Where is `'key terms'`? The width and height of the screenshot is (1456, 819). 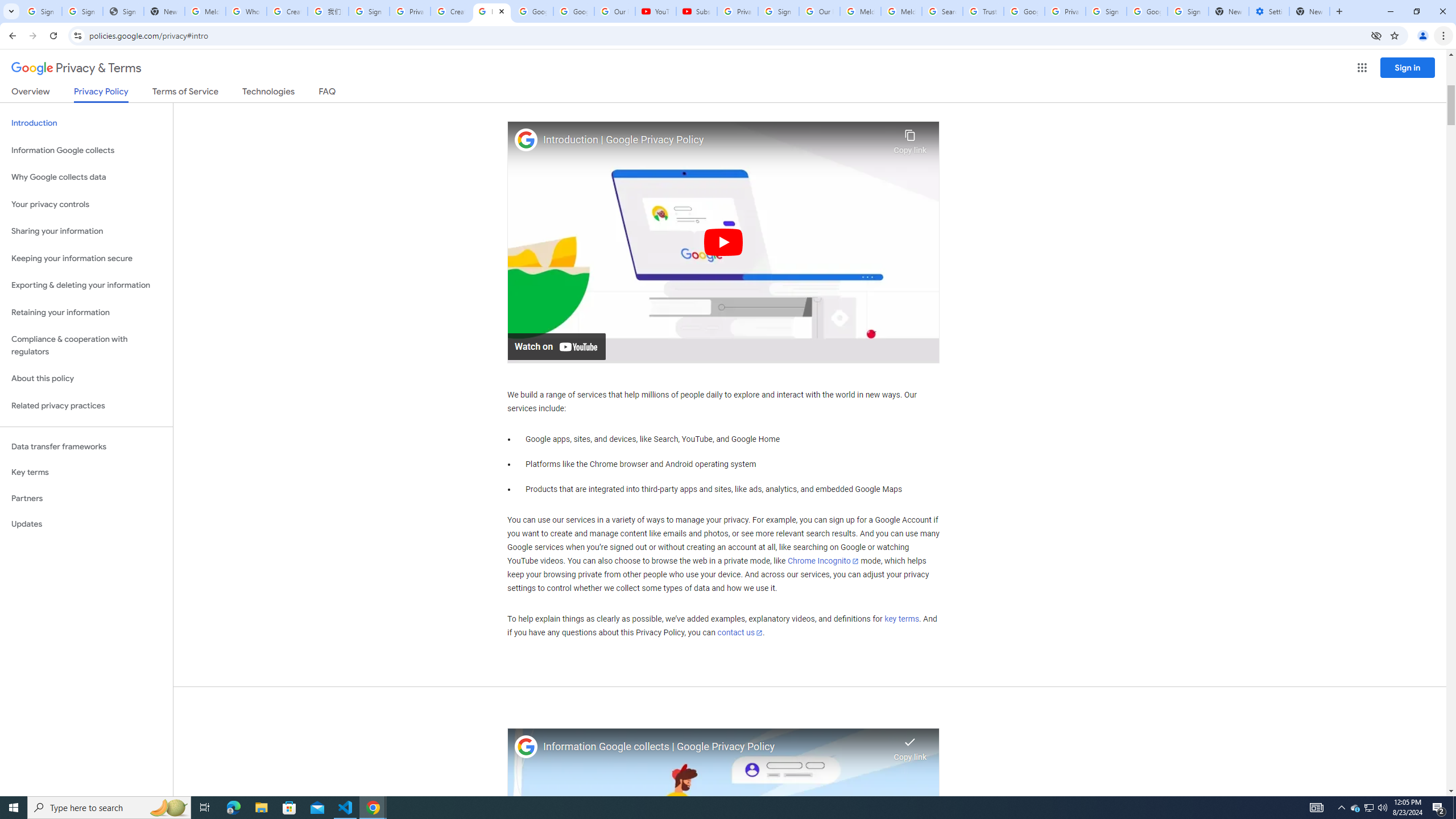 'key terms' is located at coordinates (900, 618).